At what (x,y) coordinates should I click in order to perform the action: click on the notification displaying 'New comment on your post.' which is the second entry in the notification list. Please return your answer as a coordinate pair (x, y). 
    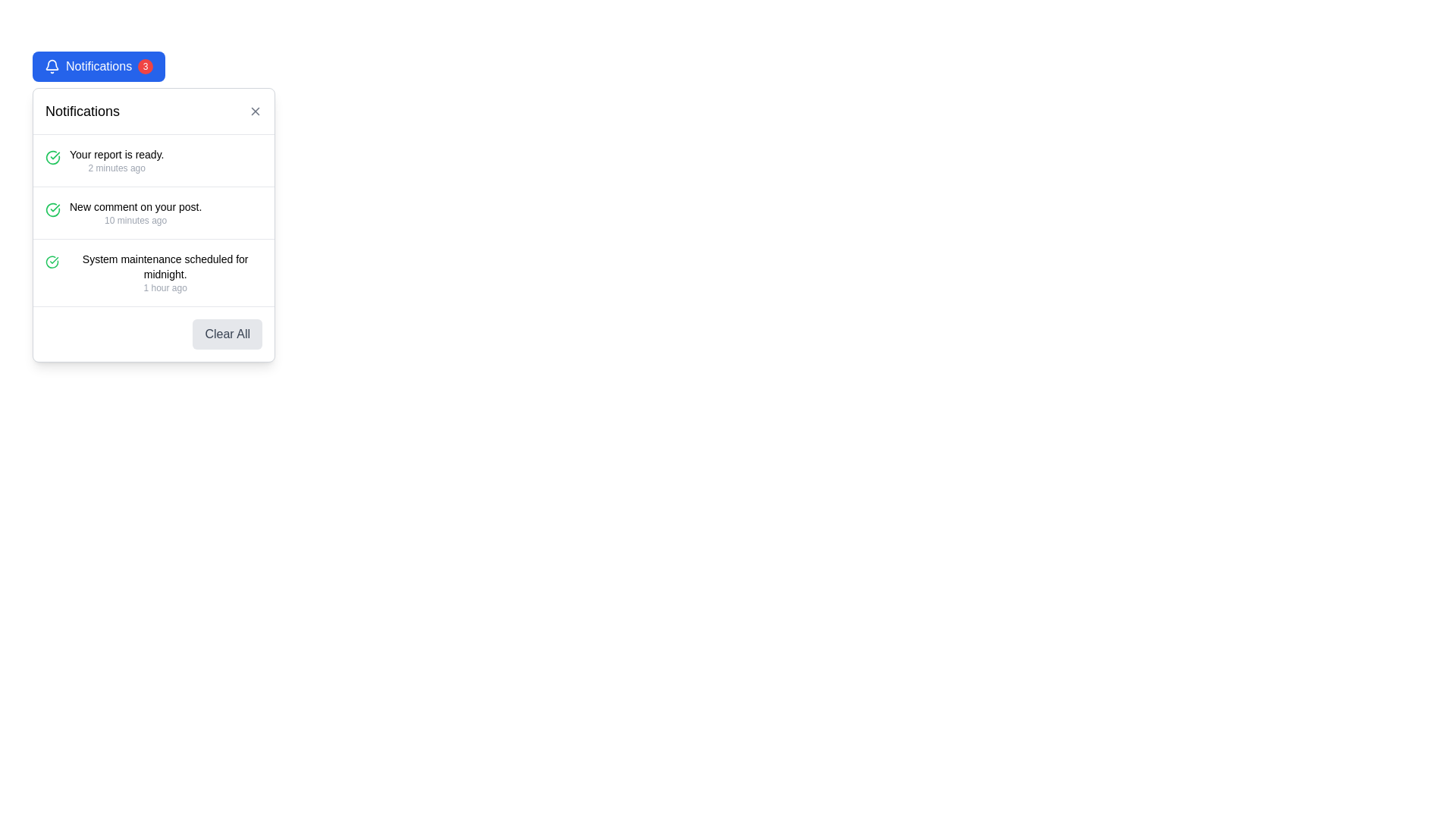
    Looking at the image, I should click on (136, 213).